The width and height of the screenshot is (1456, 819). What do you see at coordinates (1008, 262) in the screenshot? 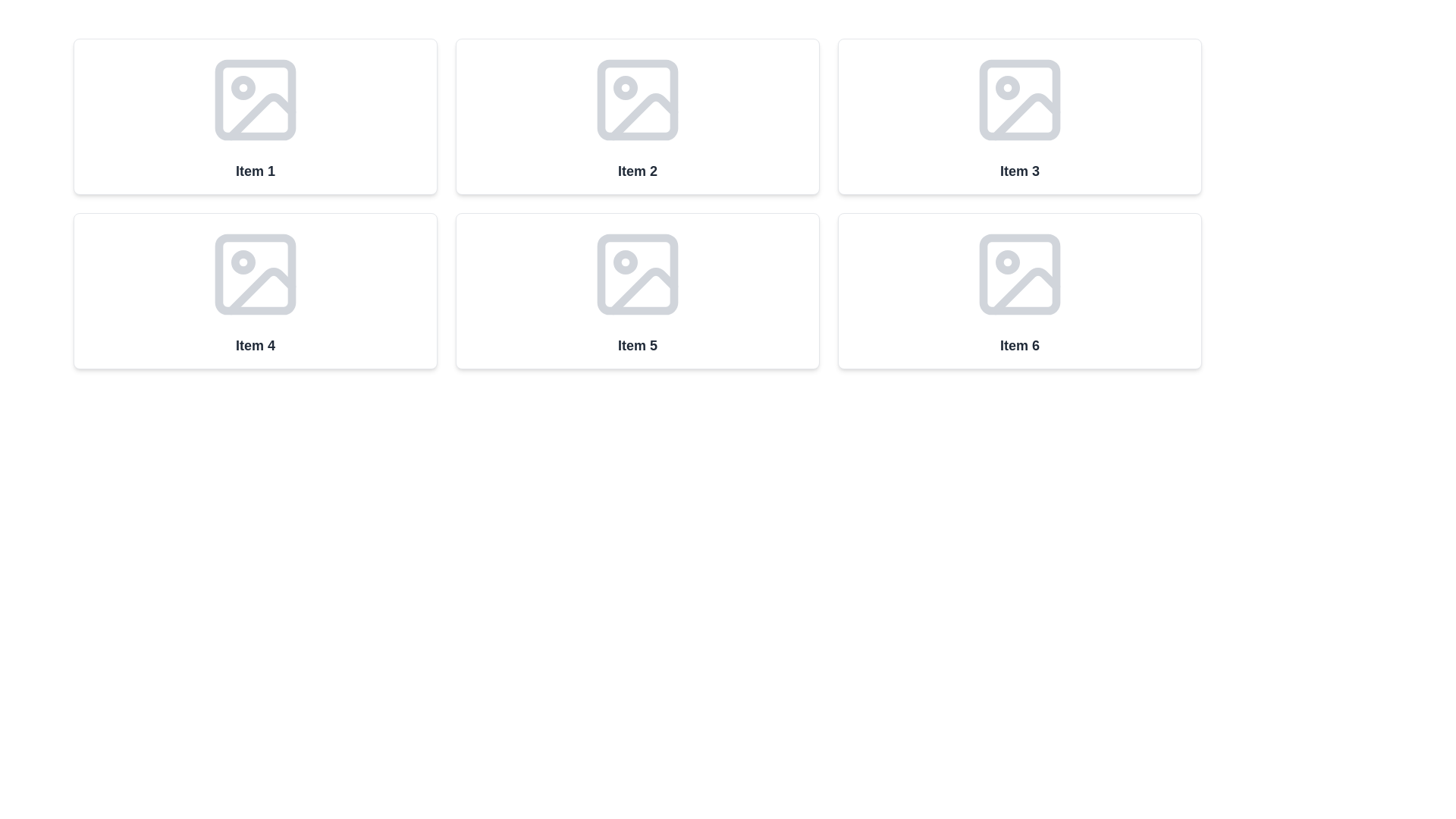
I see `the small circular decorative graphic element located within the icon of Item 6 in a grid layout` at bounding box center [1008, 262].